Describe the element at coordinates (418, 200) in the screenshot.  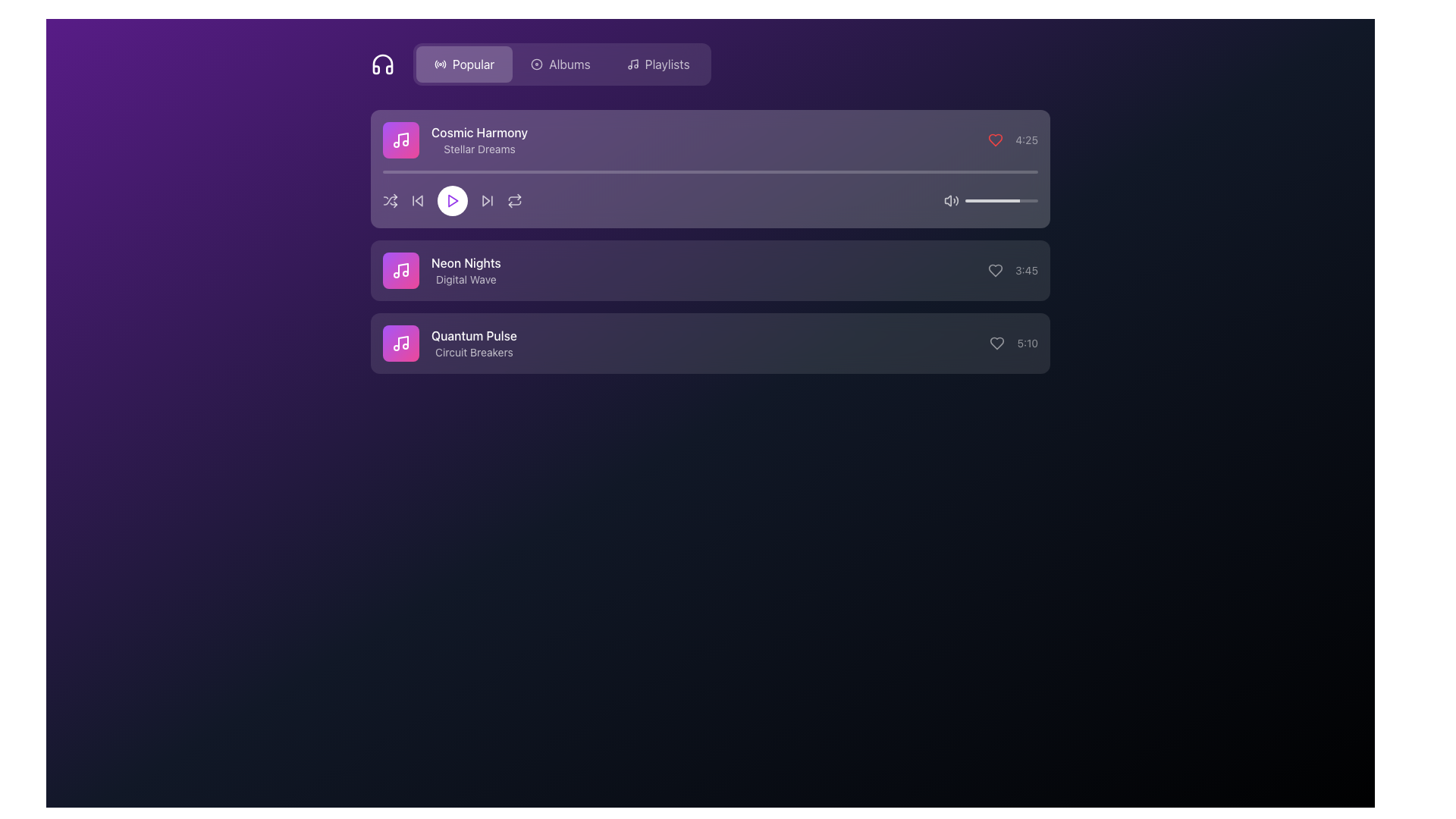
I see `the 'skip back' button with a white icon on a purple background, located under the 'Cosmic Harmony' song entry` at that location.